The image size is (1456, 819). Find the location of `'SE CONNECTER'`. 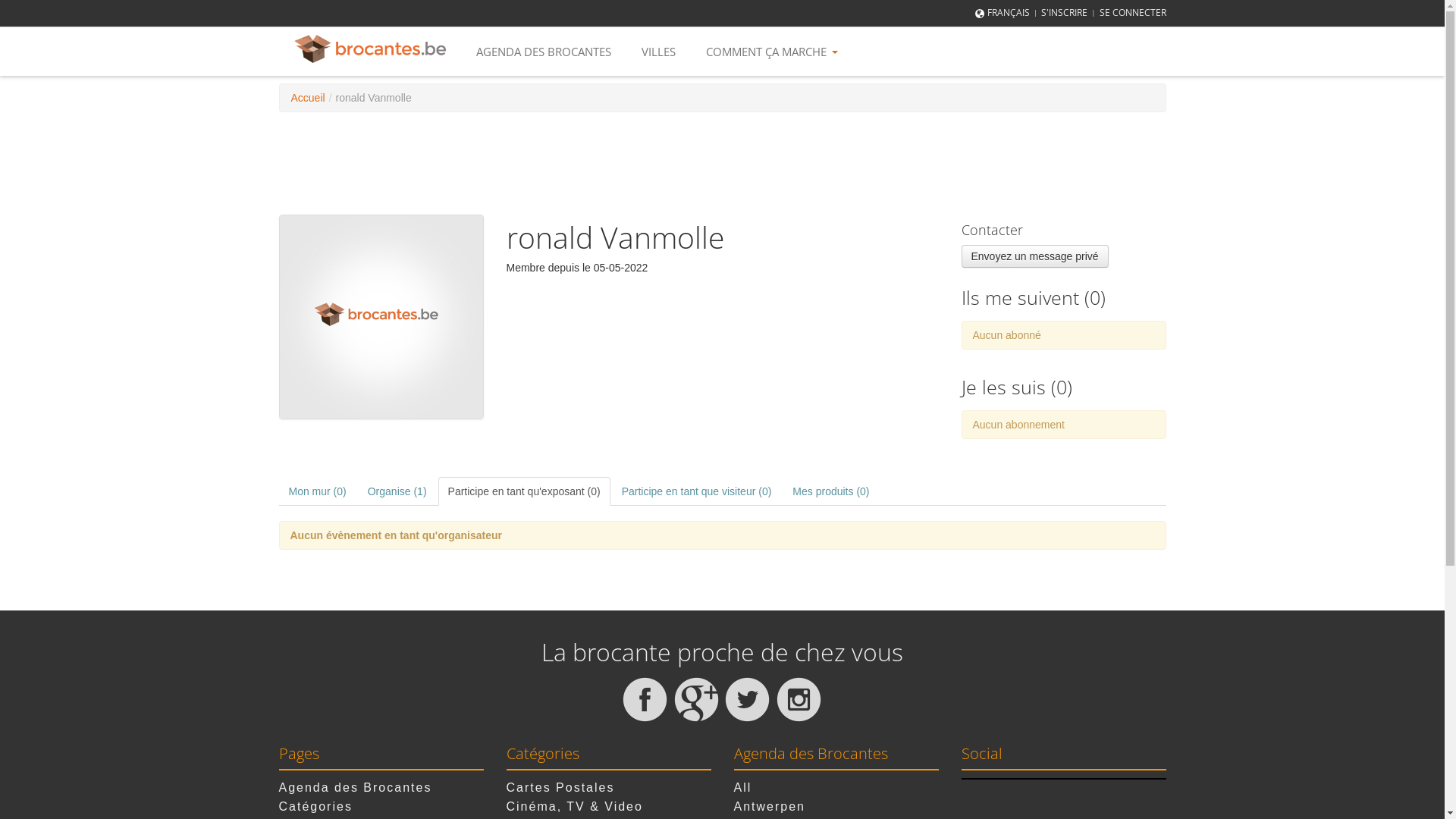

'SE CONNECTER' is located at coordinates (1132, 12).